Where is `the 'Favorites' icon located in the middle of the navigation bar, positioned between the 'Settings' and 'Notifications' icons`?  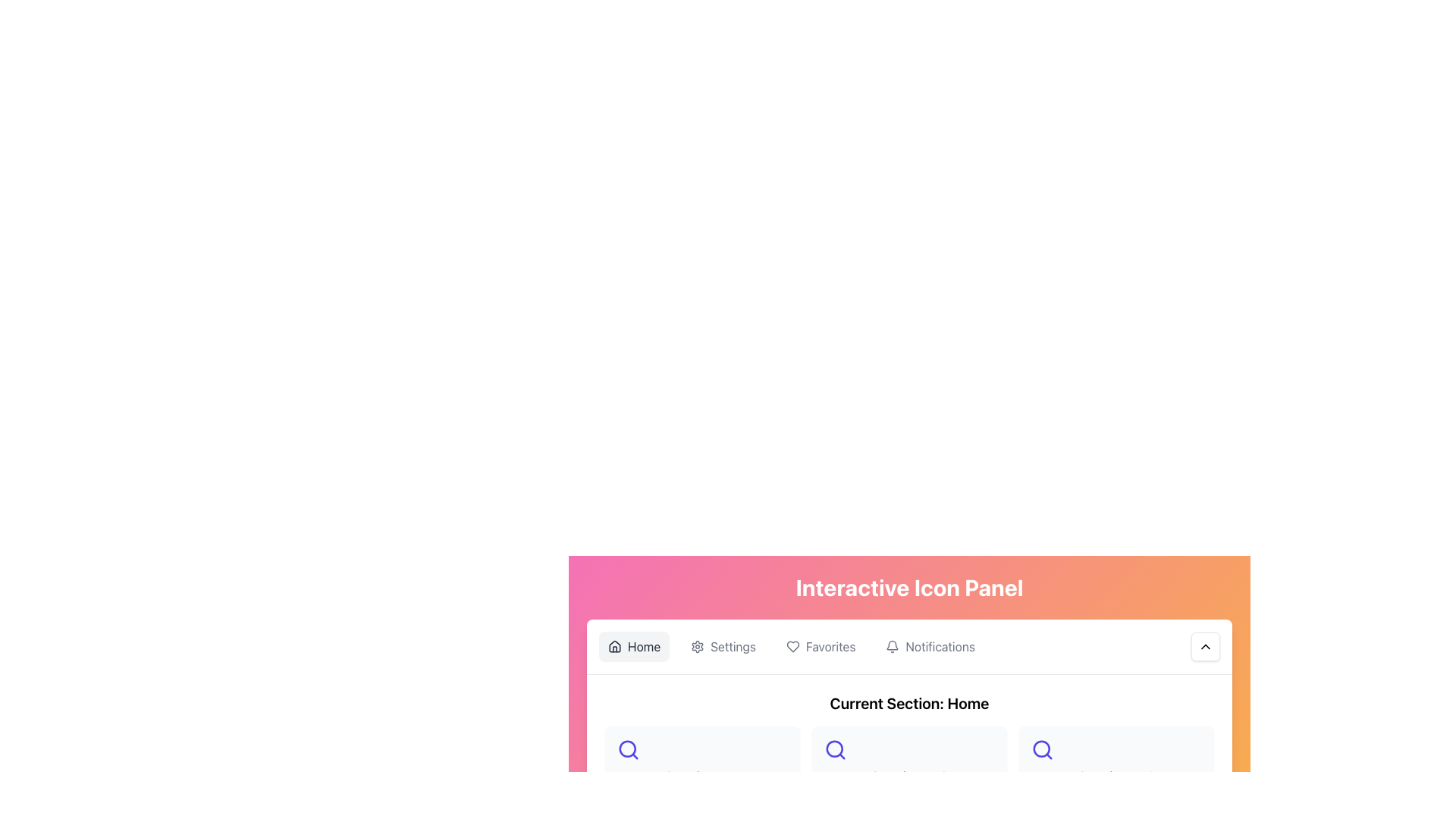
the 'Favorites' icon located in the middle of the navigation bar, positioned between the 'Settings' and 'Notifications' icons is located at coordinates (792, 646).